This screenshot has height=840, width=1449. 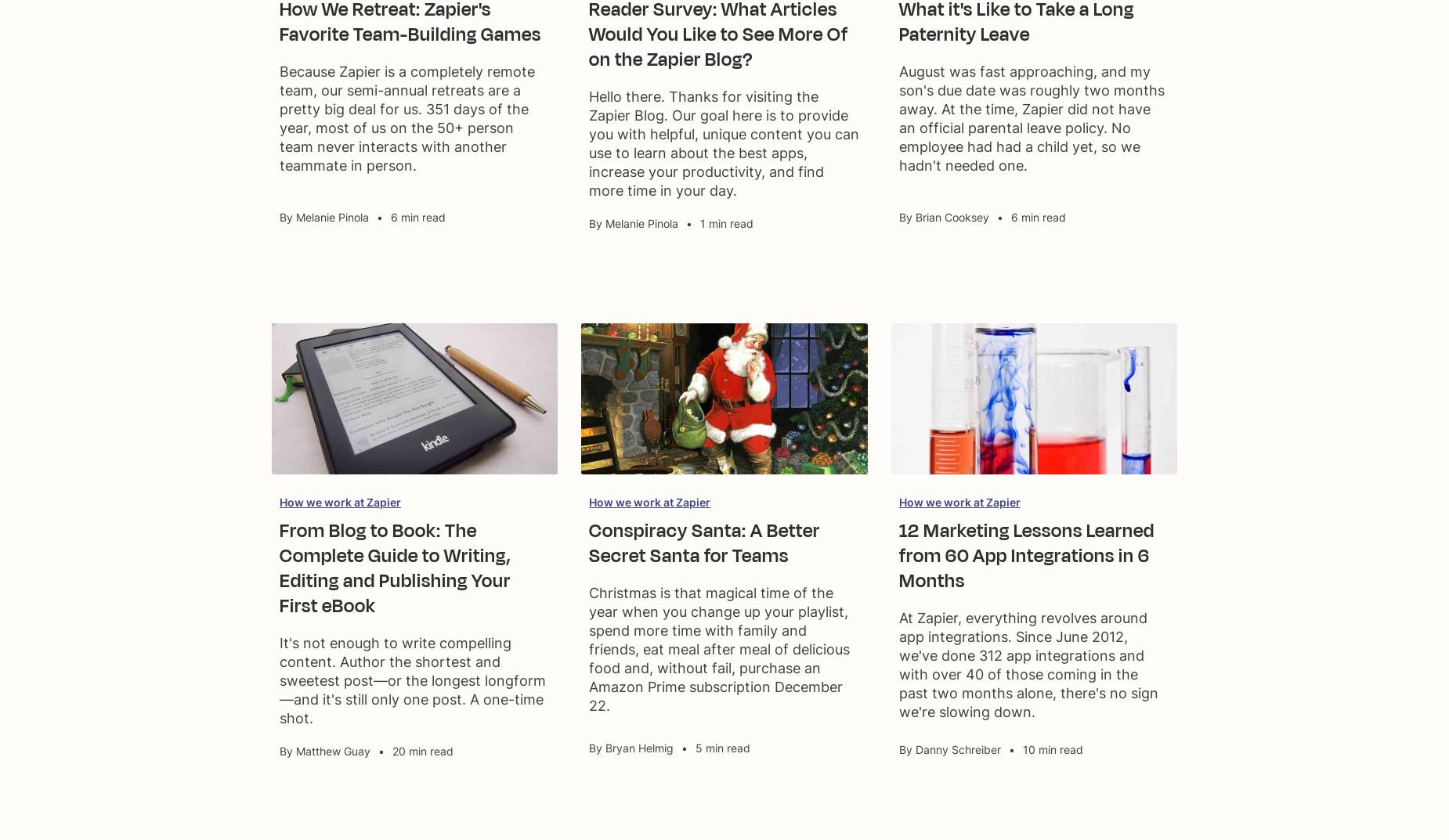 I want to click on 'Danny Schreiber', so click(x=956, y=748).